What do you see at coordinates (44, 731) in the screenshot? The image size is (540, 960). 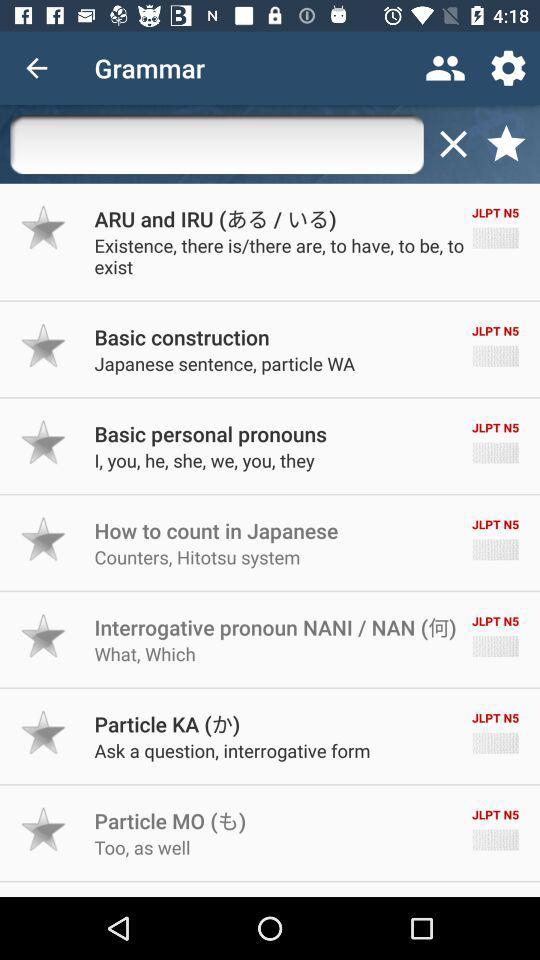 I see `mark as favorite` at bounding box center [44, 731].